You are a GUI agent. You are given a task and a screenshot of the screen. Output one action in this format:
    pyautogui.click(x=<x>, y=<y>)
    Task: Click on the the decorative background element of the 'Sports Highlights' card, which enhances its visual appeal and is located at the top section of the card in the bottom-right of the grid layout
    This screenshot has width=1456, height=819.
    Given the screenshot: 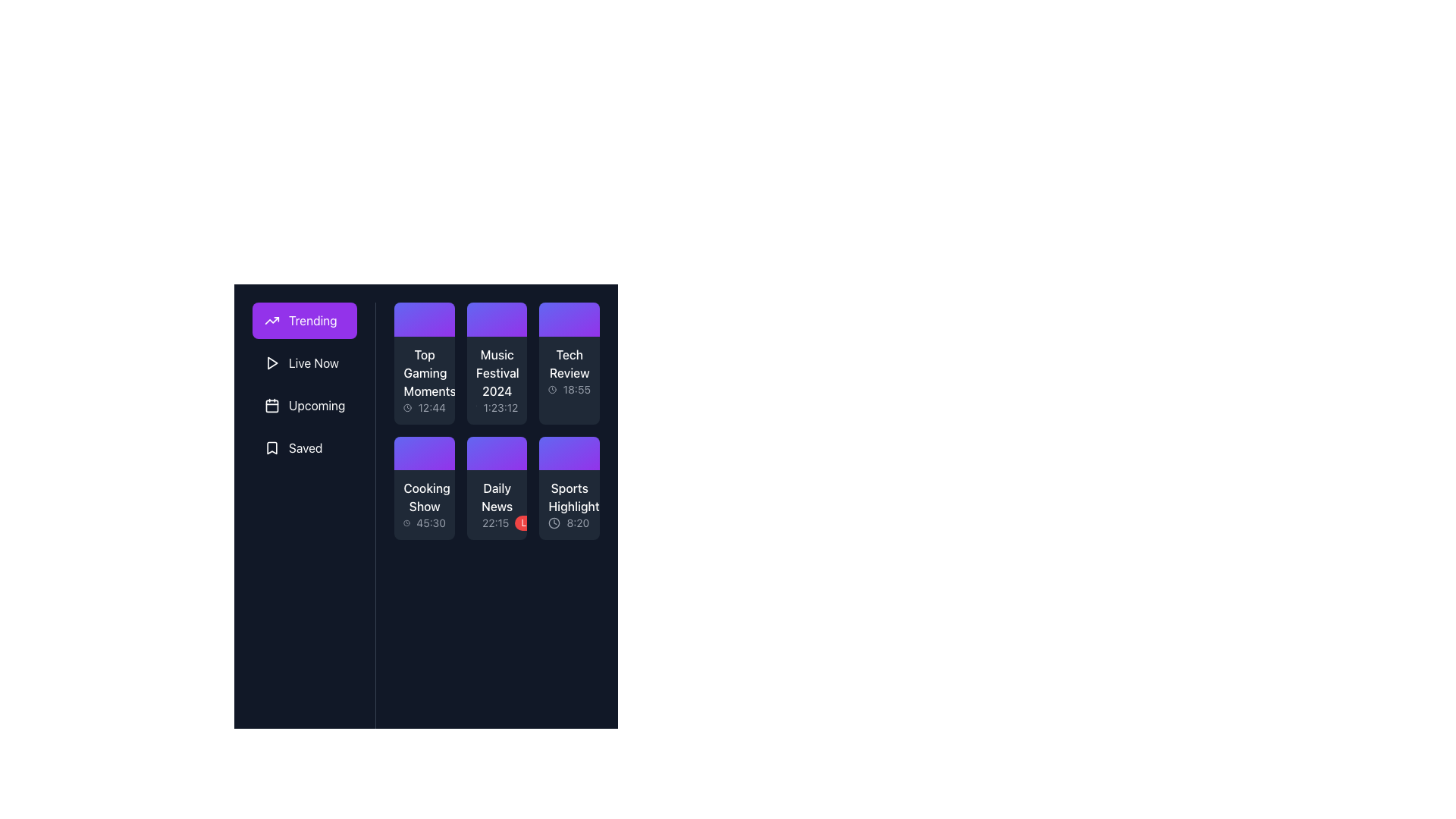 What is the action you would take?
    pyautogui.click(x=569, y=453)
    